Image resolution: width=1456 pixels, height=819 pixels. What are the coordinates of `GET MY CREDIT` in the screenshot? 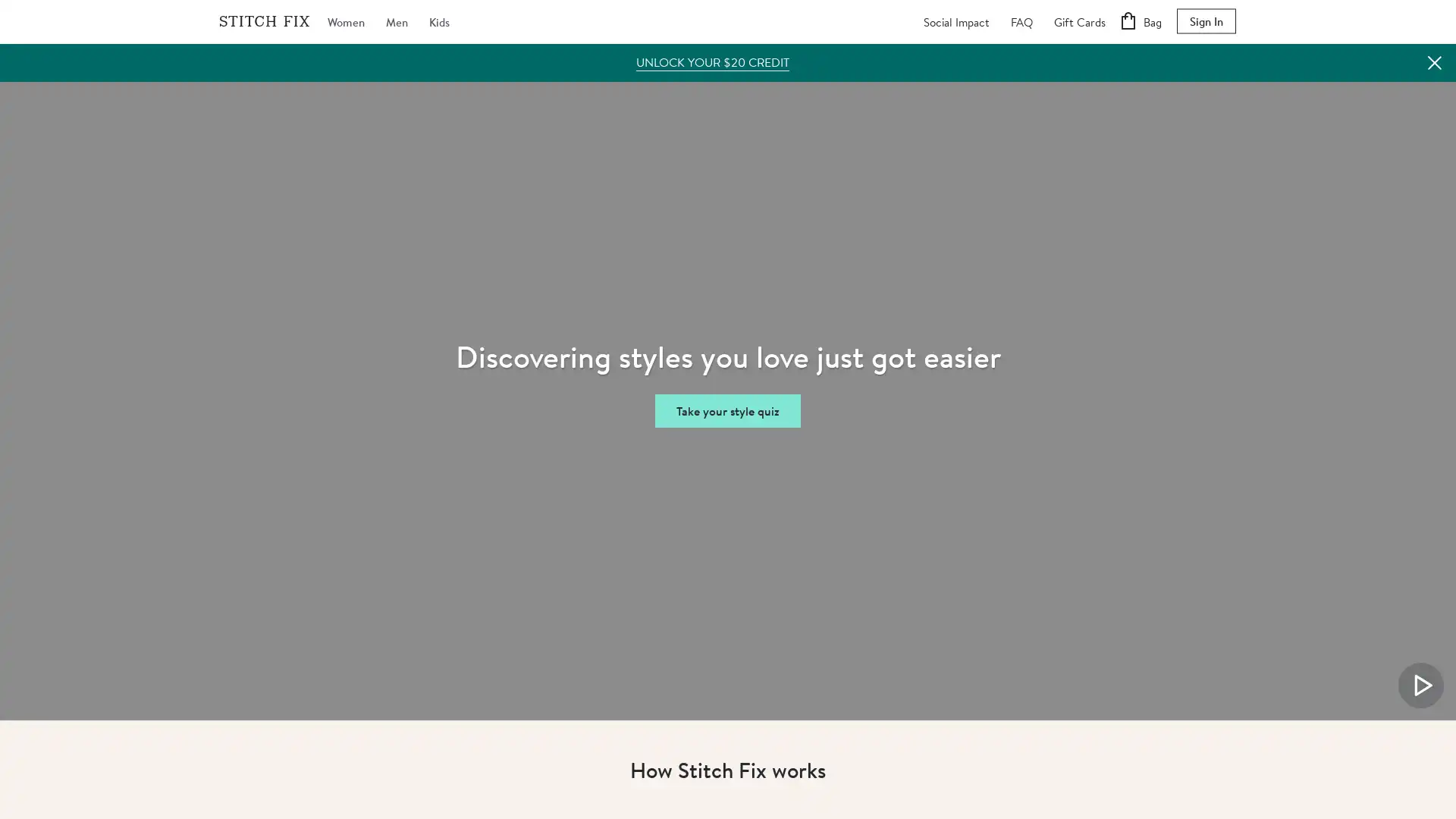 It's located at (728, 659).